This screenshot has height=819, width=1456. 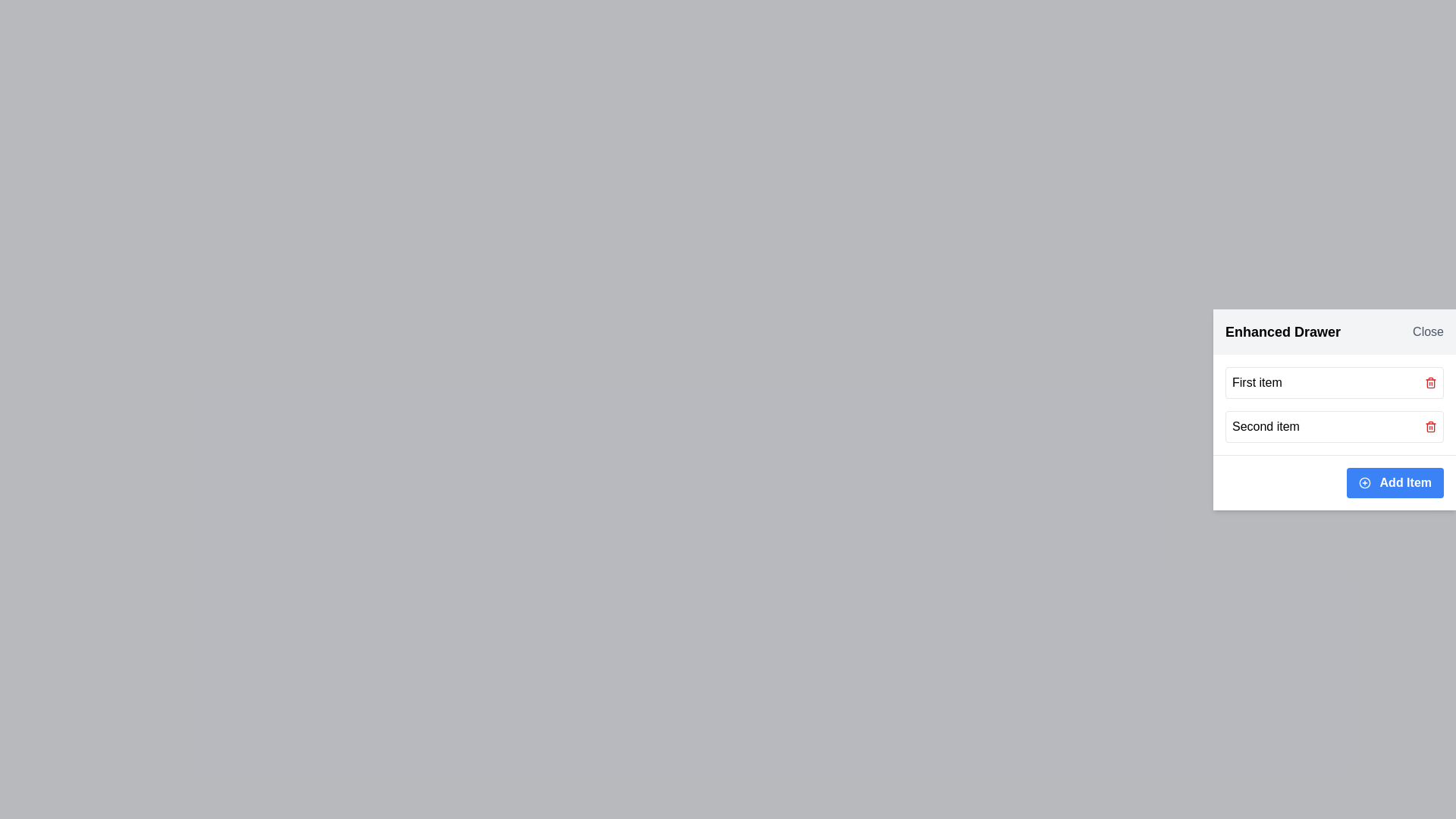 I want to click on the red trash icon button located to the right of the 'First item' text, so click(x=1429, y=381).